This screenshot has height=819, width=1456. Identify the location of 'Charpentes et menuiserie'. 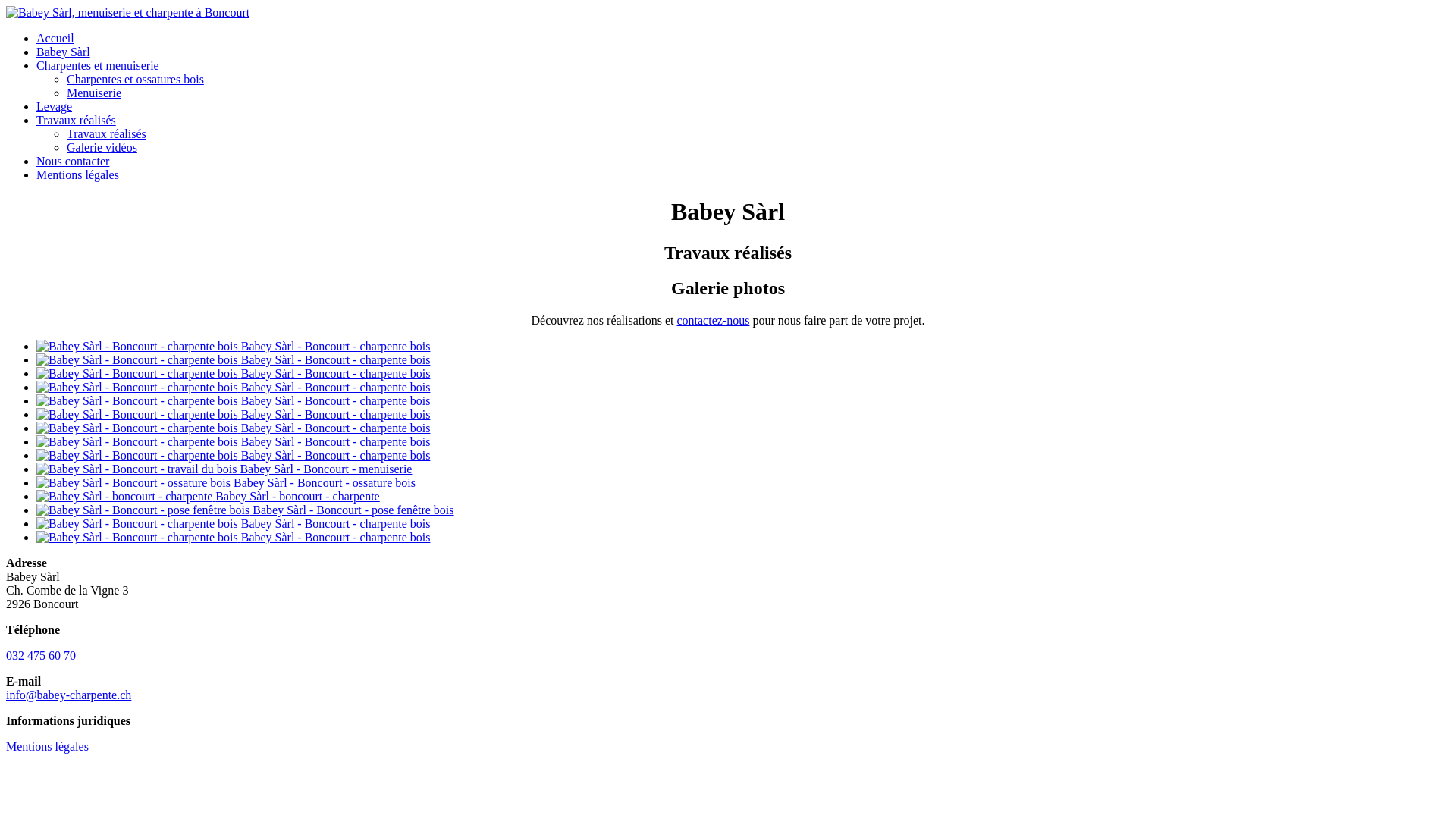
(97, 64).